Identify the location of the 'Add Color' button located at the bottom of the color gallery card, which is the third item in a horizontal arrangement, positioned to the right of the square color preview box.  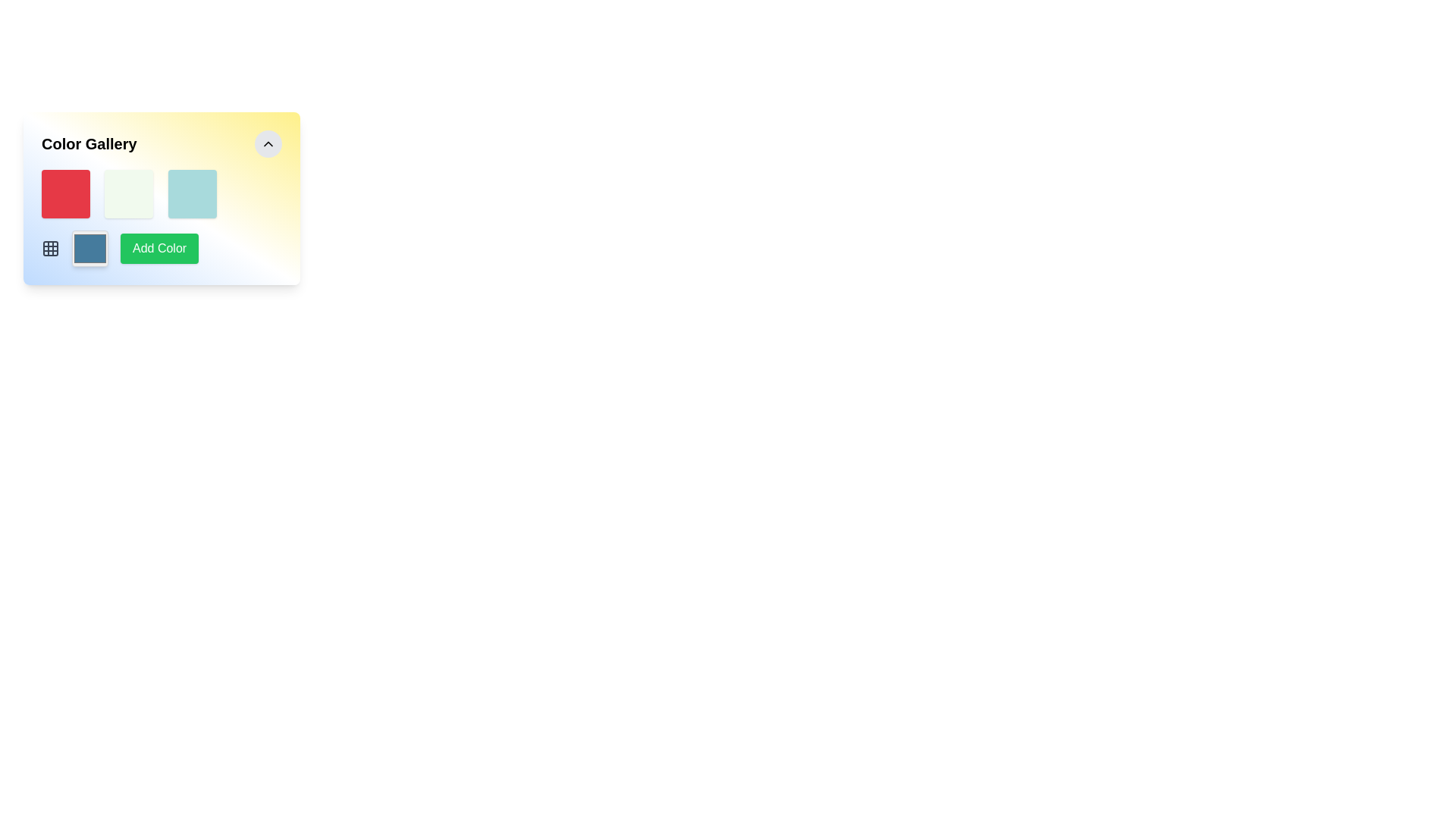
(162, 247).